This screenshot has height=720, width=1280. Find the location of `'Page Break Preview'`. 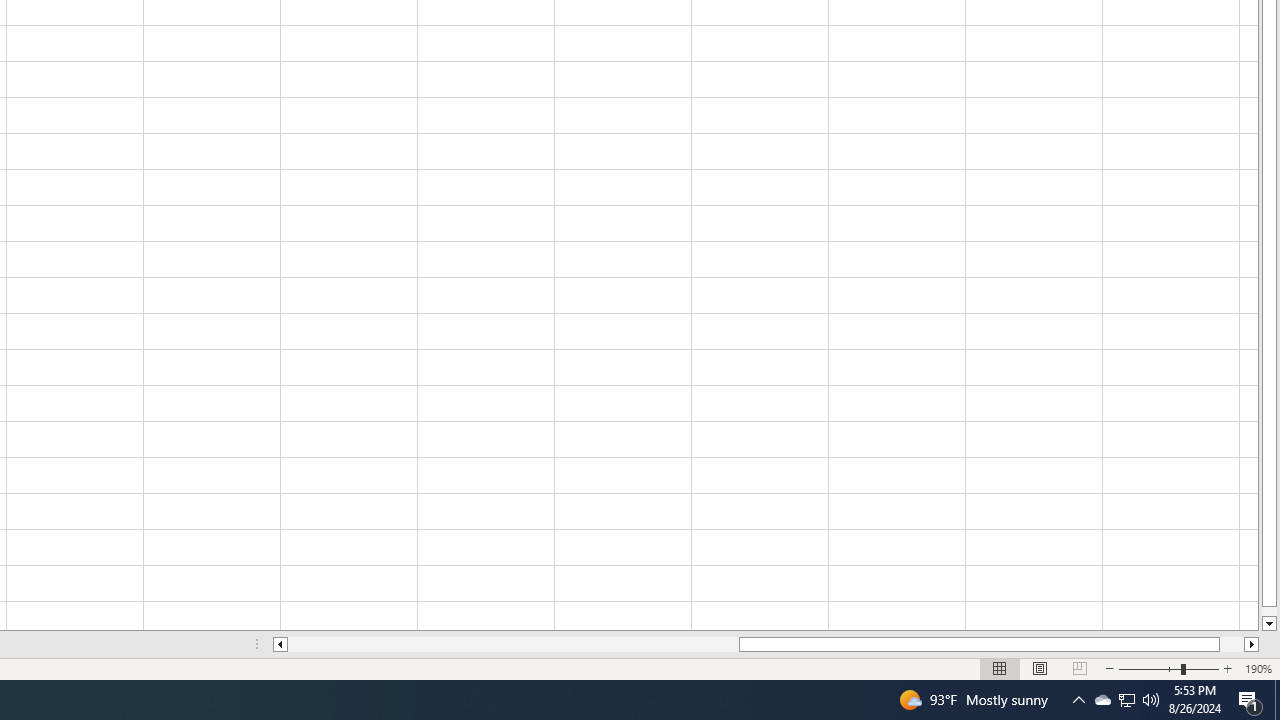

'Page Break Preview' is located at coordinates (1078, 669).